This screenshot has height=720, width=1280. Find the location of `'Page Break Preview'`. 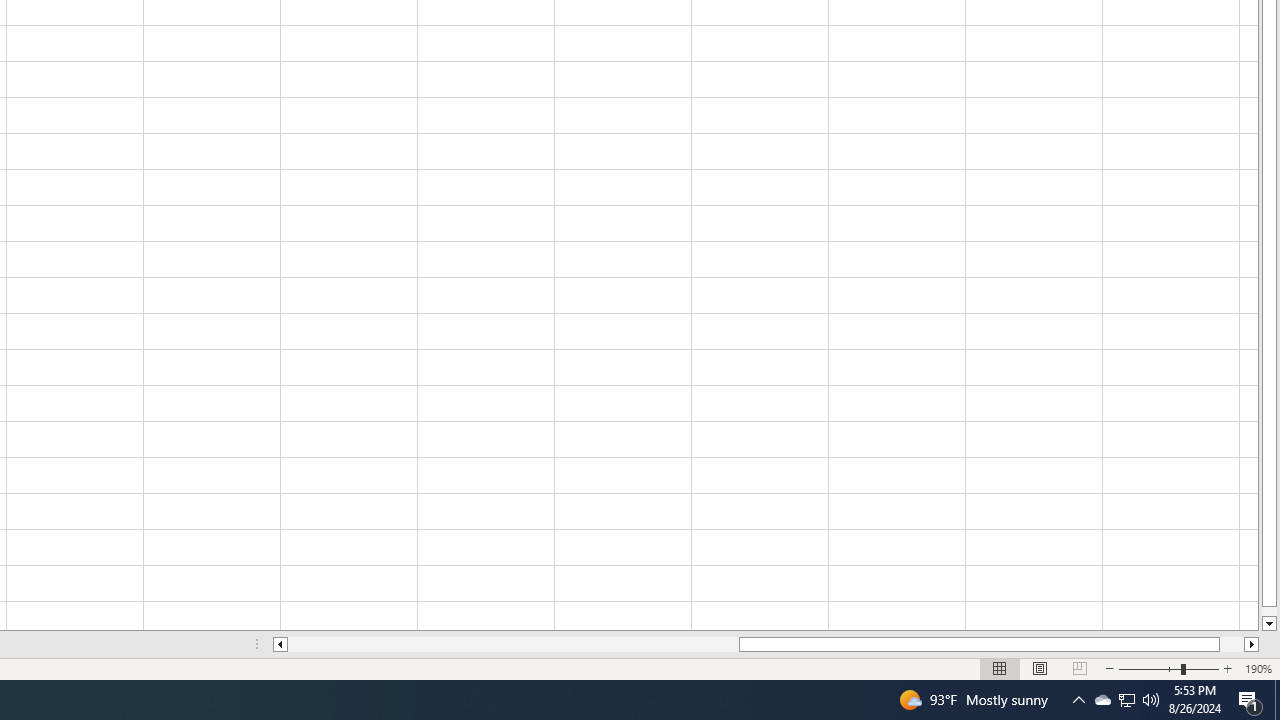

'Page Break Preview' is located at coordinates (1078, 669).